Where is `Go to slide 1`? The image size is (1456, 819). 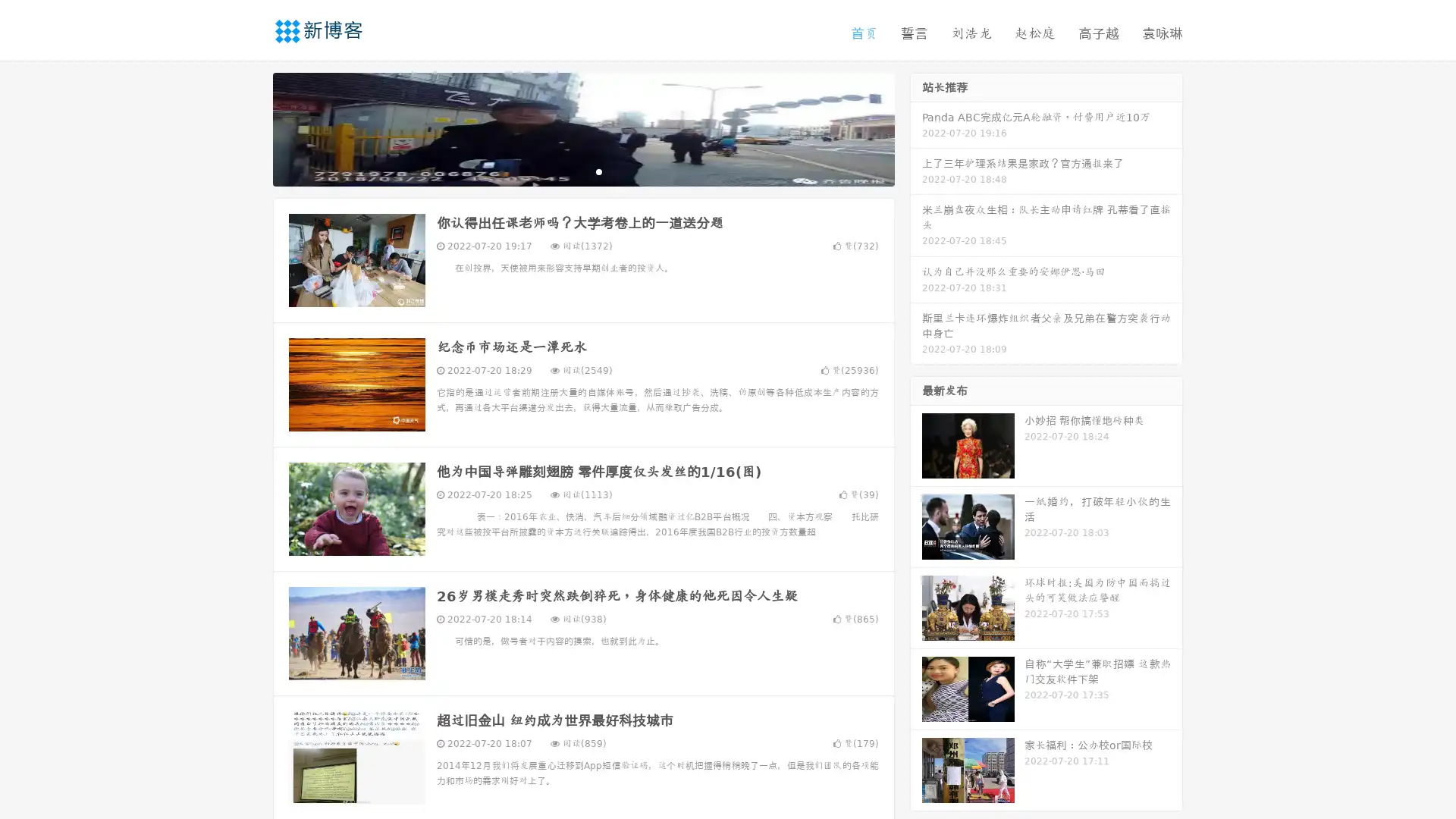
Go to slide 1 is located at coordinates (567, 171).